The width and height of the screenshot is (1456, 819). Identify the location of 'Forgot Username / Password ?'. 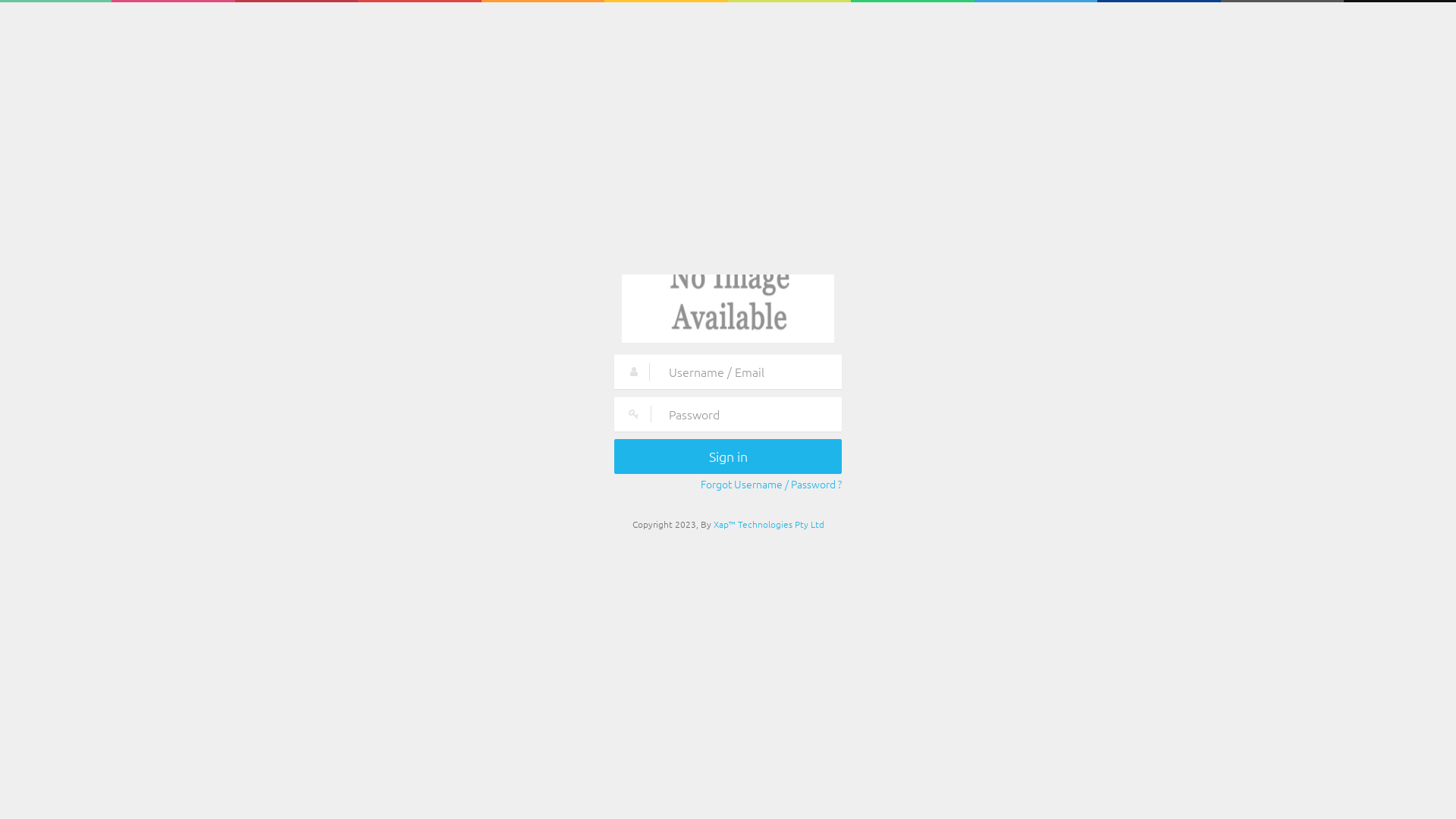
(771, 483).